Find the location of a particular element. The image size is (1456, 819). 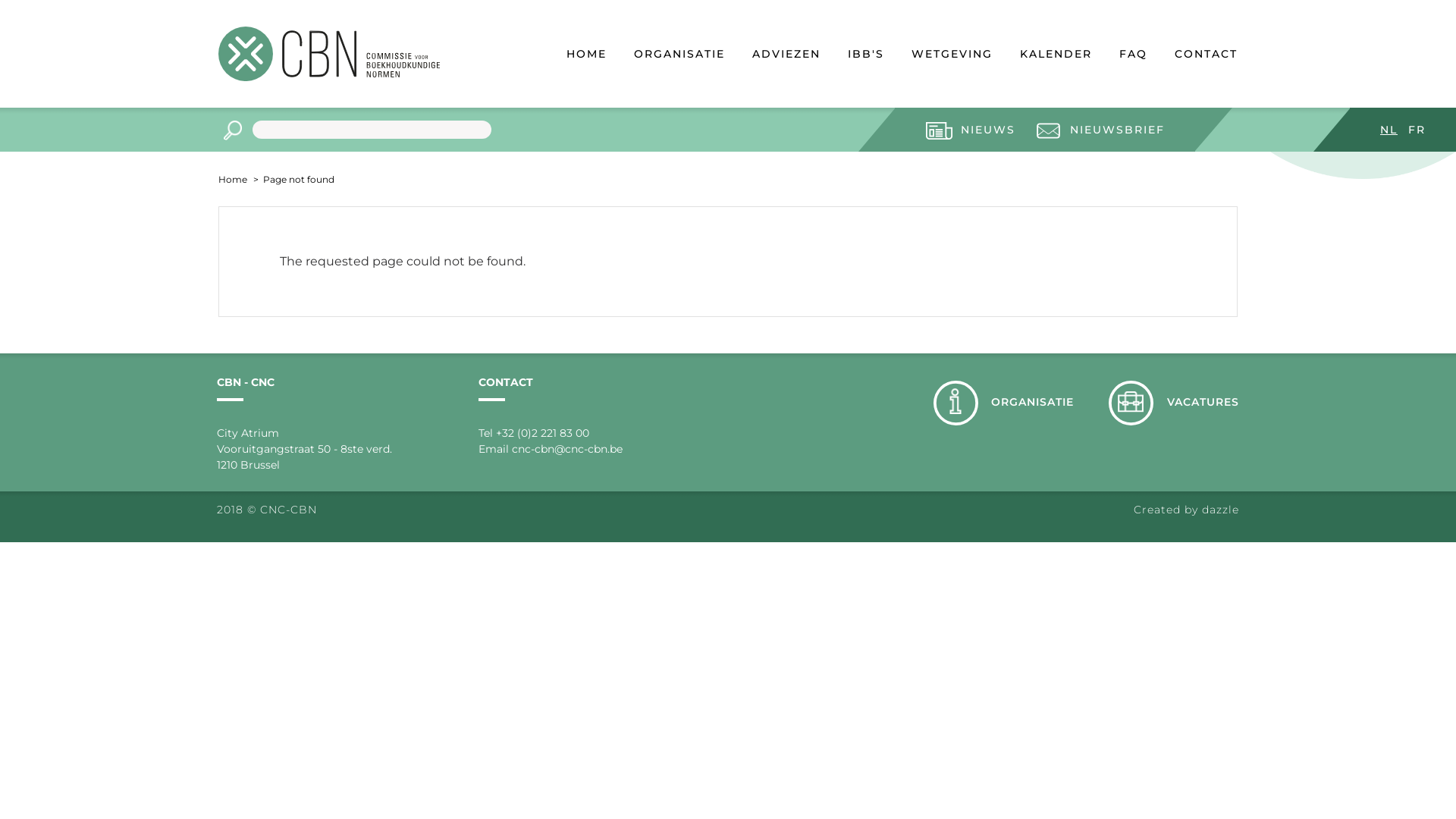

'WETGEVING' is located at coordinates (910, 55).